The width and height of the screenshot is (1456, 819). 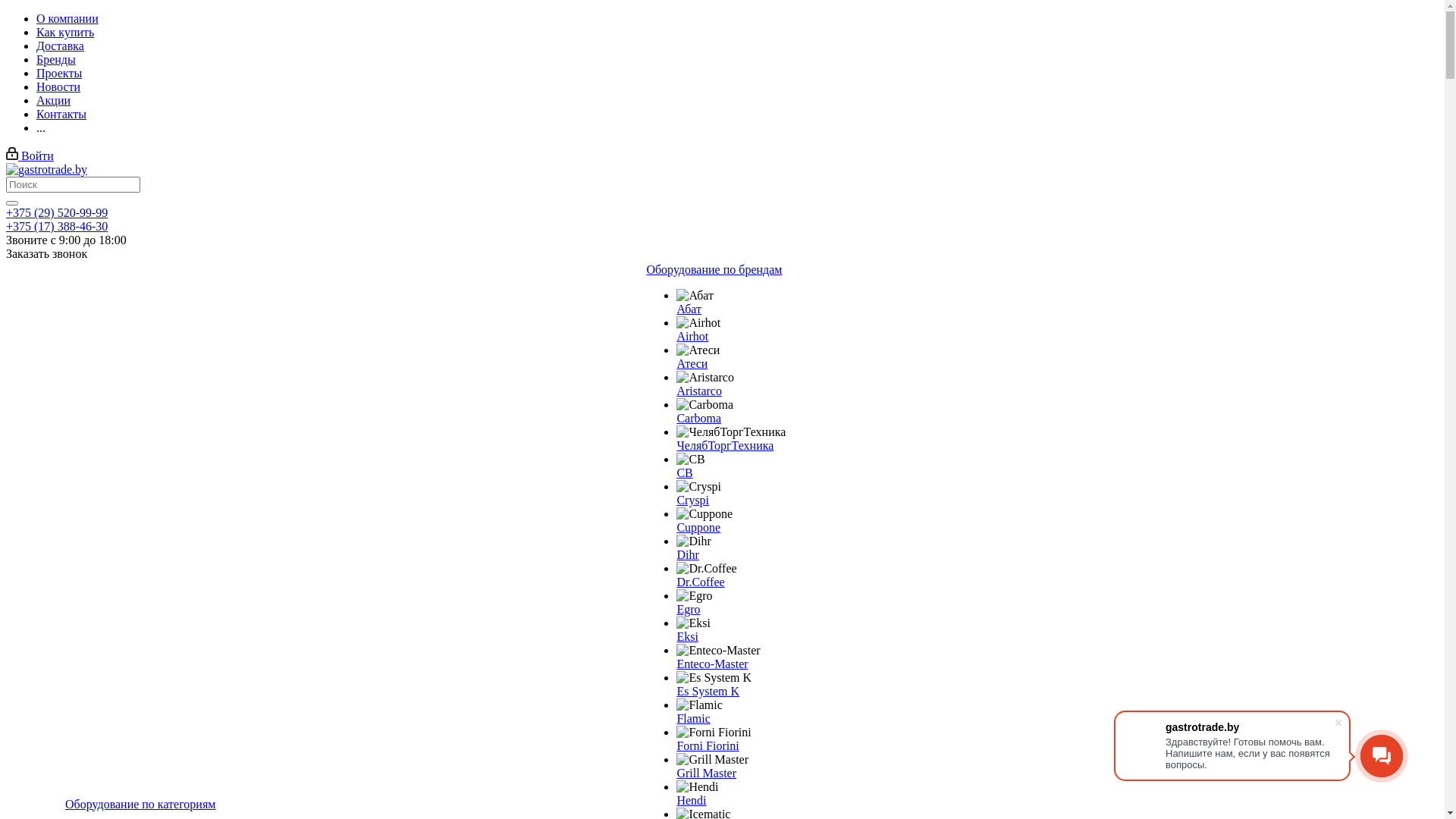 What do you see at coordinates (686, 554) in the screenshot?
I see `'Dihr'` at bounding box center [686, 554].